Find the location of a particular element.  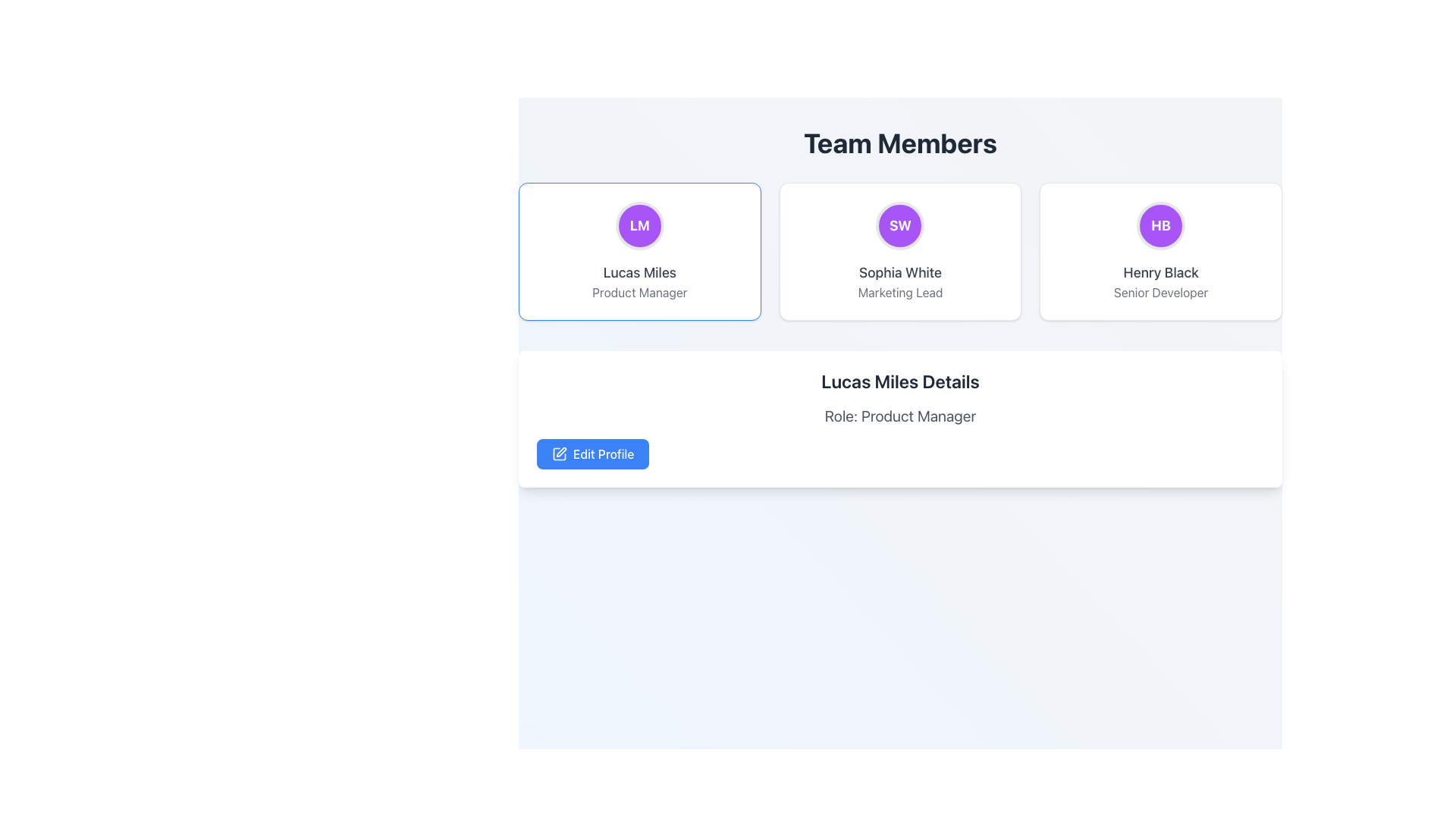

the avatar icon representing the user 'Lucas Miles' is located at coordinates (639, 225).